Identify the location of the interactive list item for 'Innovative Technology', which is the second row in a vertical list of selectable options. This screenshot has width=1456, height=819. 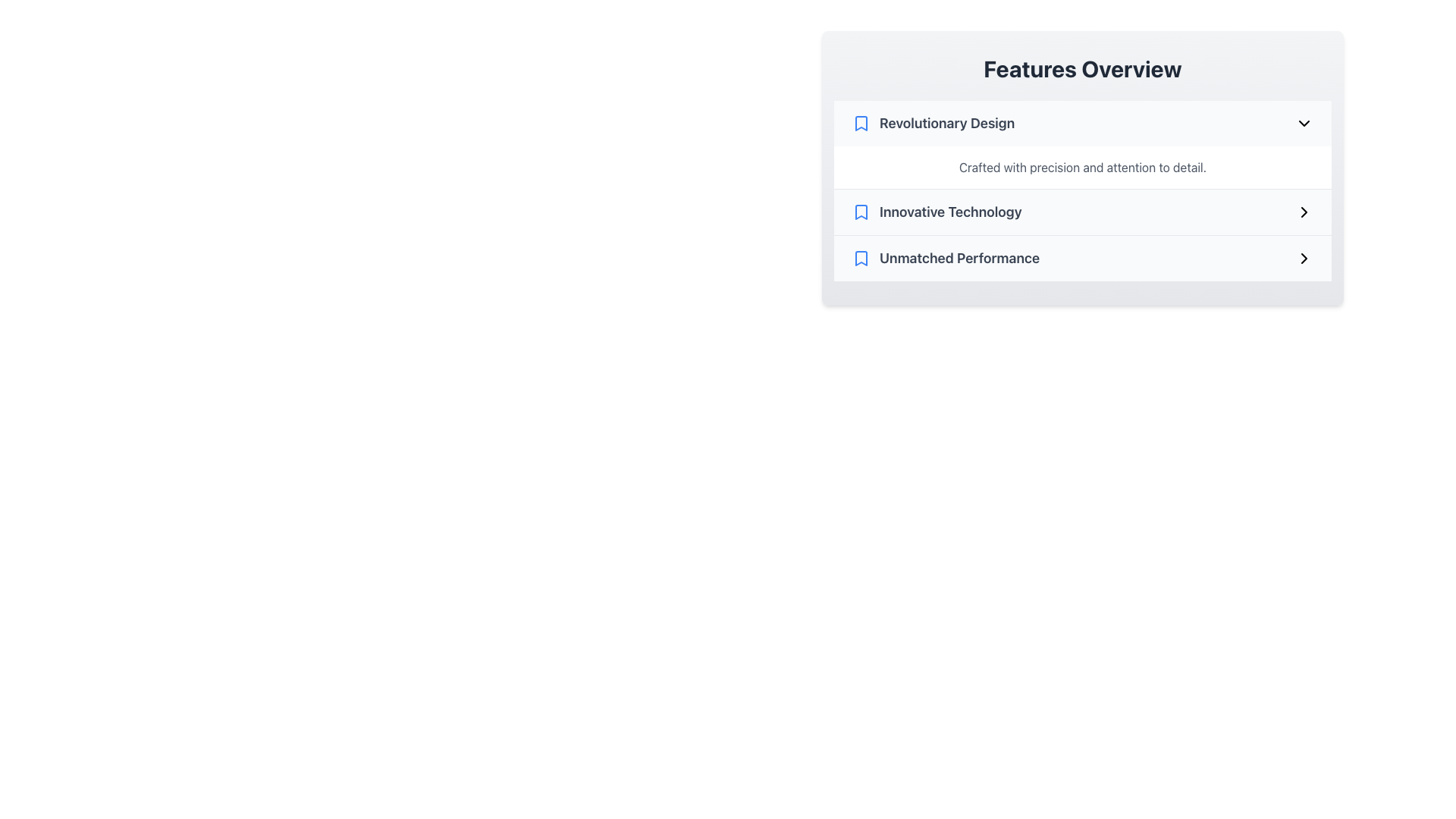
(1082, 212).